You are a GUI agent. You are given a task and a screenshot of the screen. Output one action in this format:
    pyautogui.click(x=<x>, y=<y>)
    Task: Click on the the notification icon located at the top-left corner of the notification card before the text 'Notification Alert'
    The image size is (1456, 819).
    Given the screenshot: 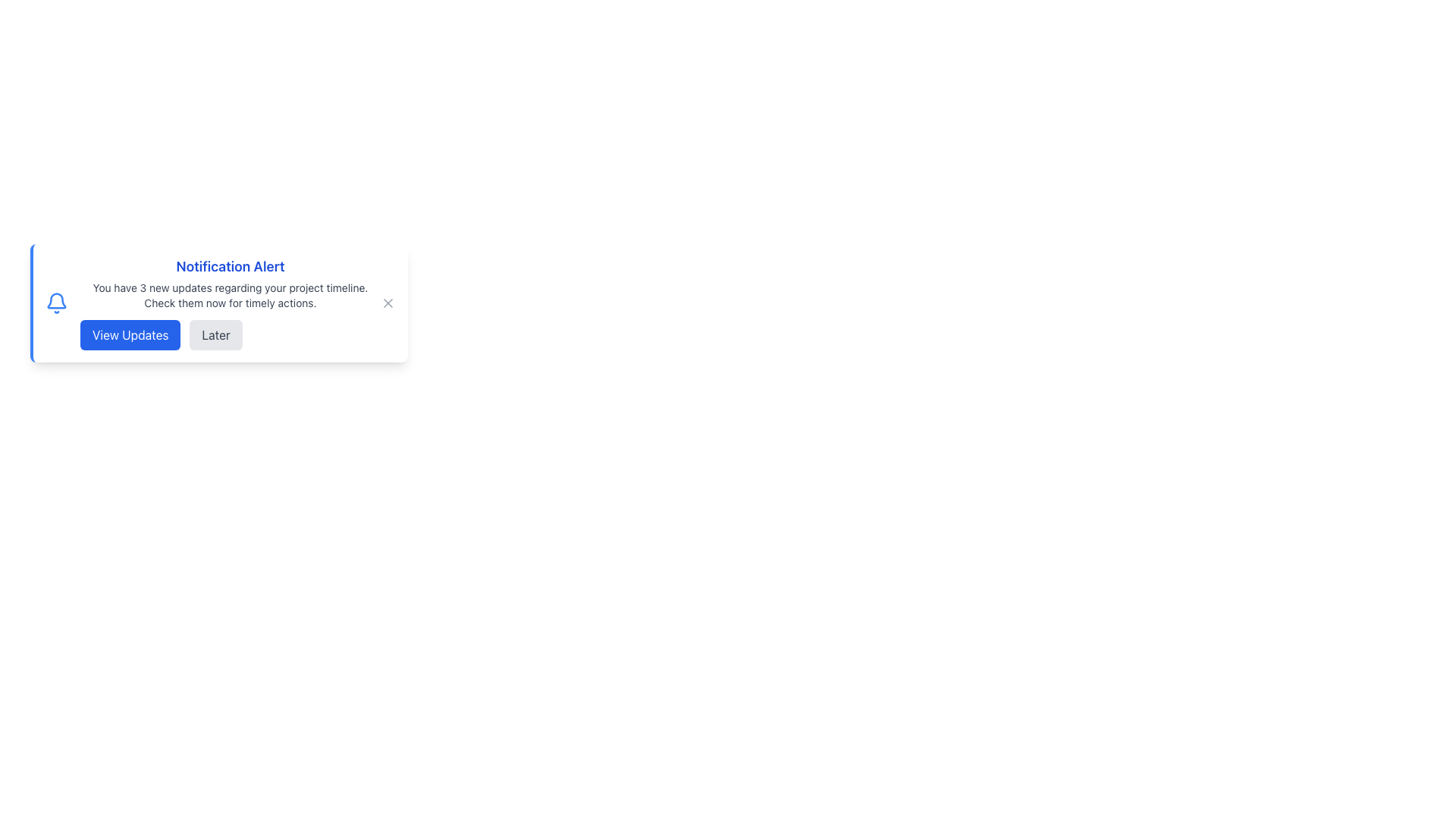 What is the action you would take?
    pyautogui.click(x=57, y=303)
    